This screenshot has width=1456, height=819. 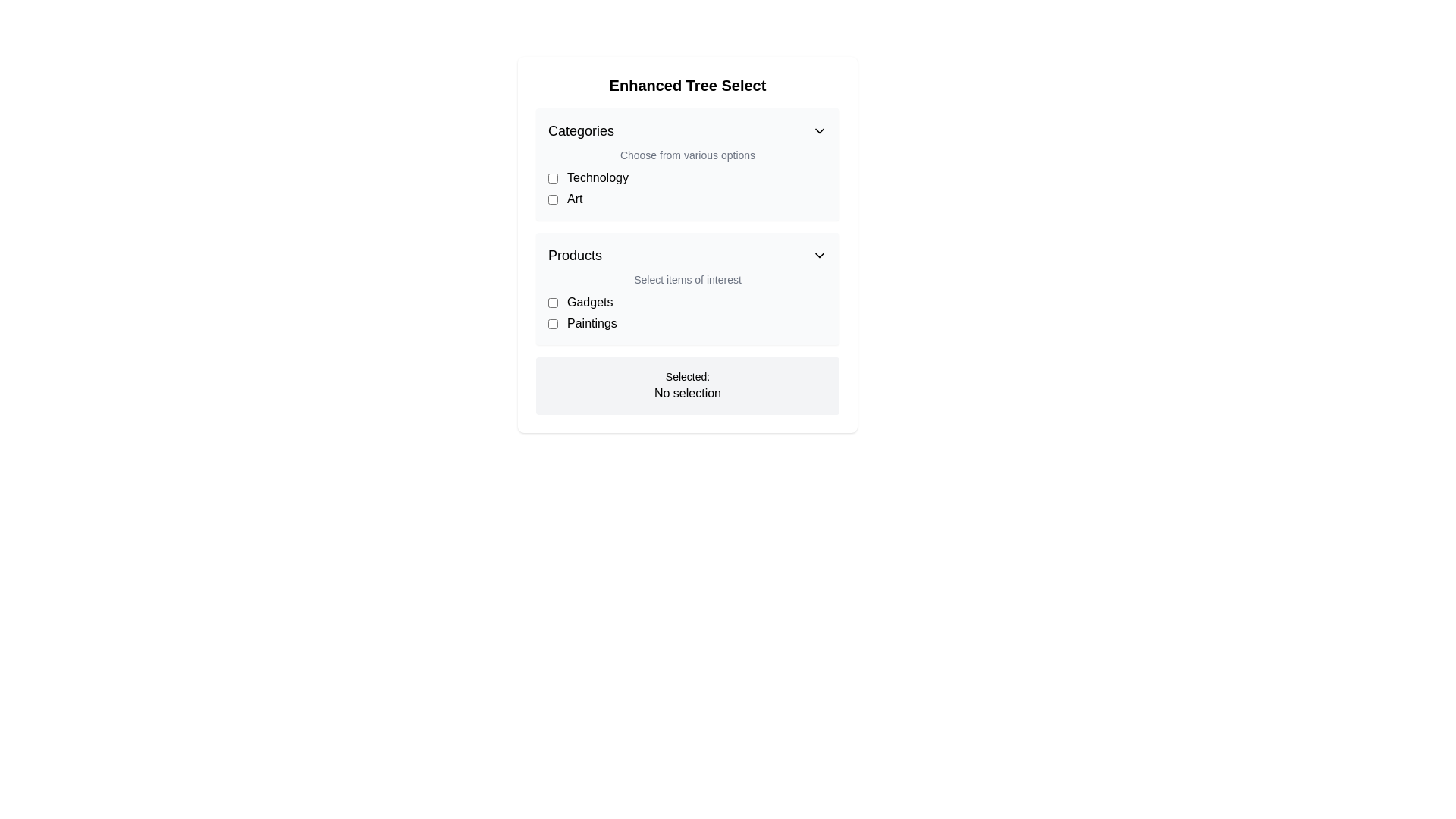 What do you see at coordinates (818, 254) in the screenshot?
I see `the chevron icon located at the right end of the 'Products' section header` at bounding box center [818, 254].